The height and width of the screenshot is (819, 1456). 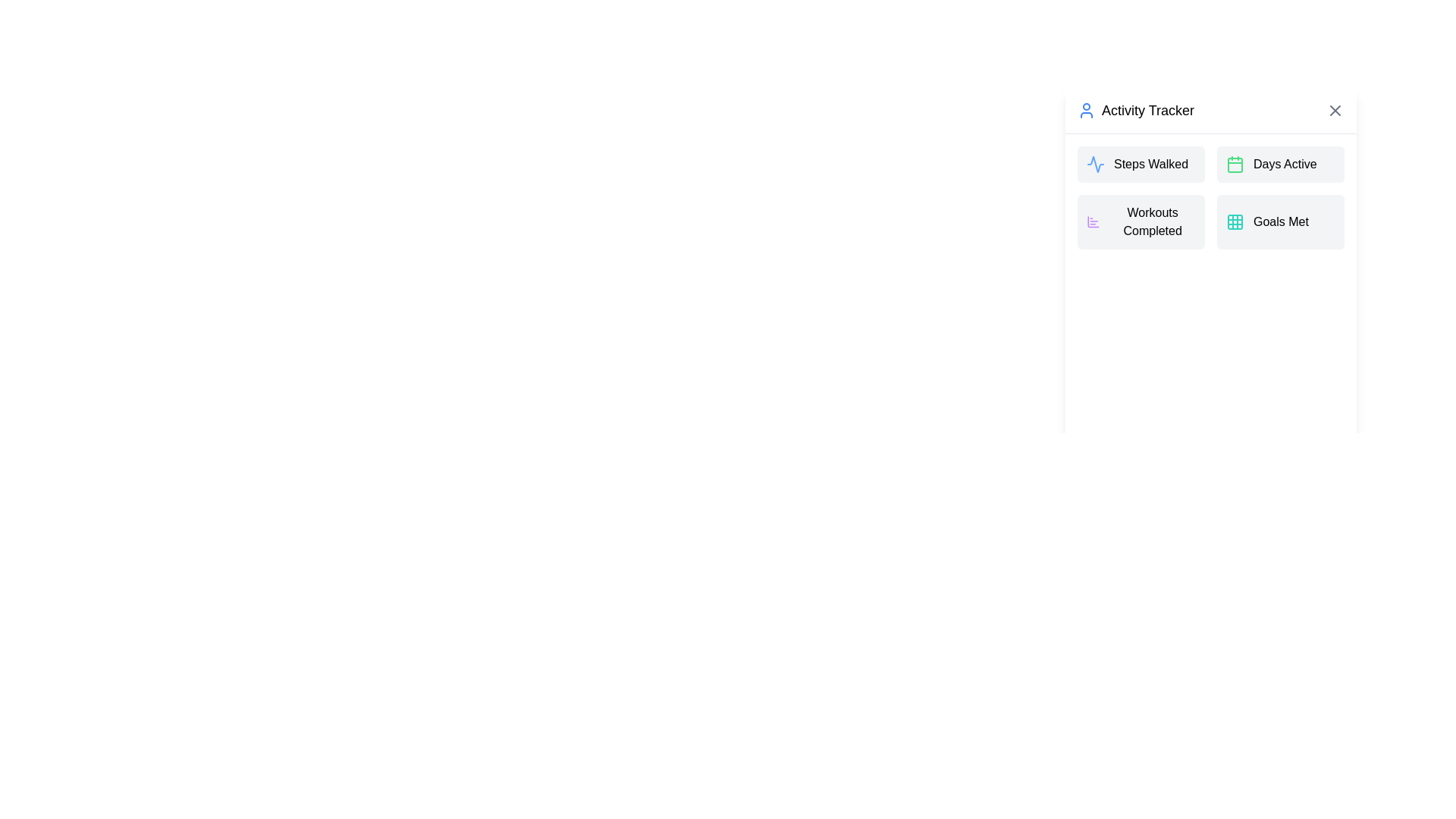 I want to click on the green rectangular icon with rounded corners located in the 'Days Active' section of the grid layout, so click(x=1235, y=165).